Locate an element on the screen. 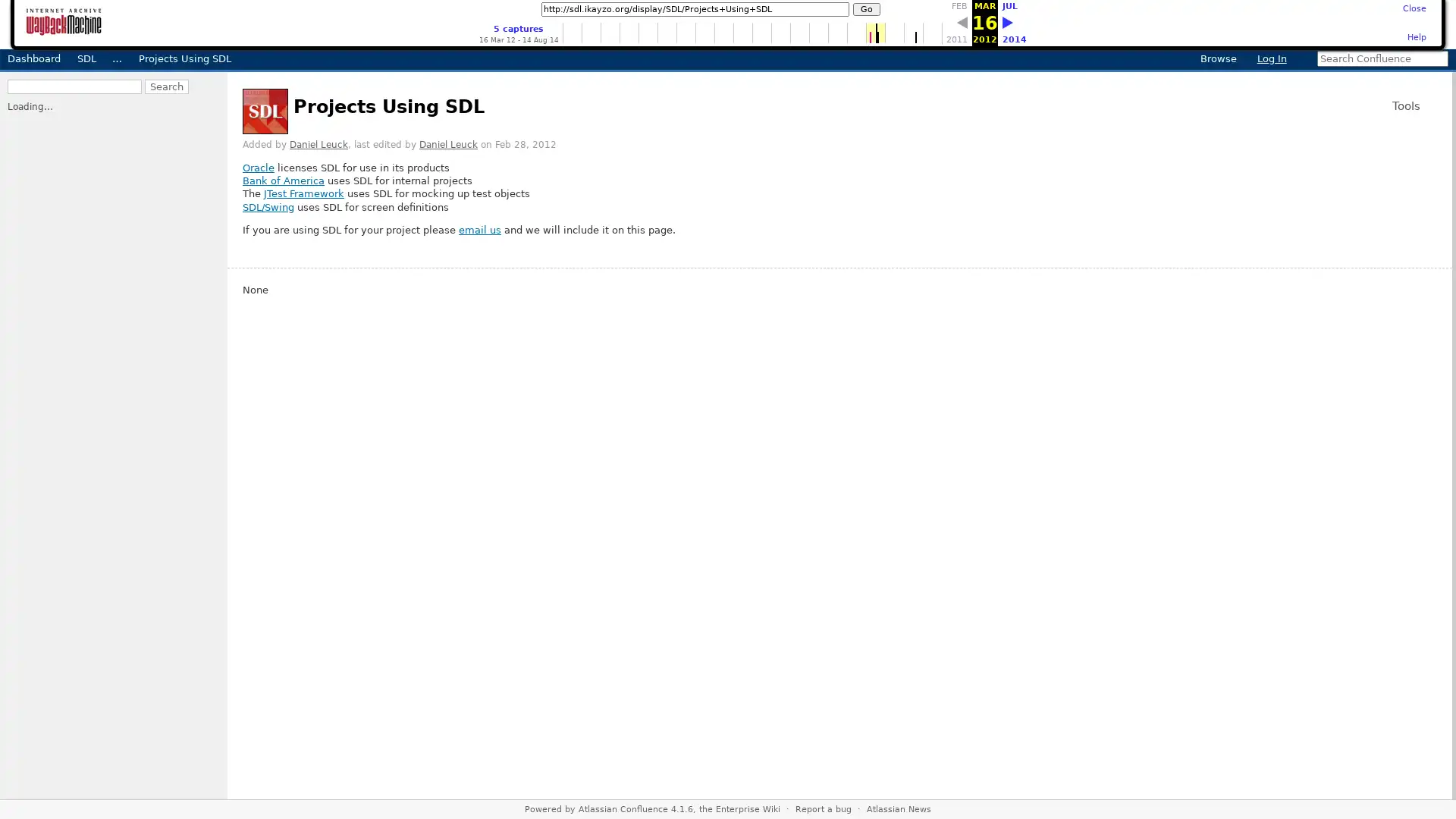 Image resolution: width=1456 pixels, height=819 pixels. Go is located at coordinates (866, 9).